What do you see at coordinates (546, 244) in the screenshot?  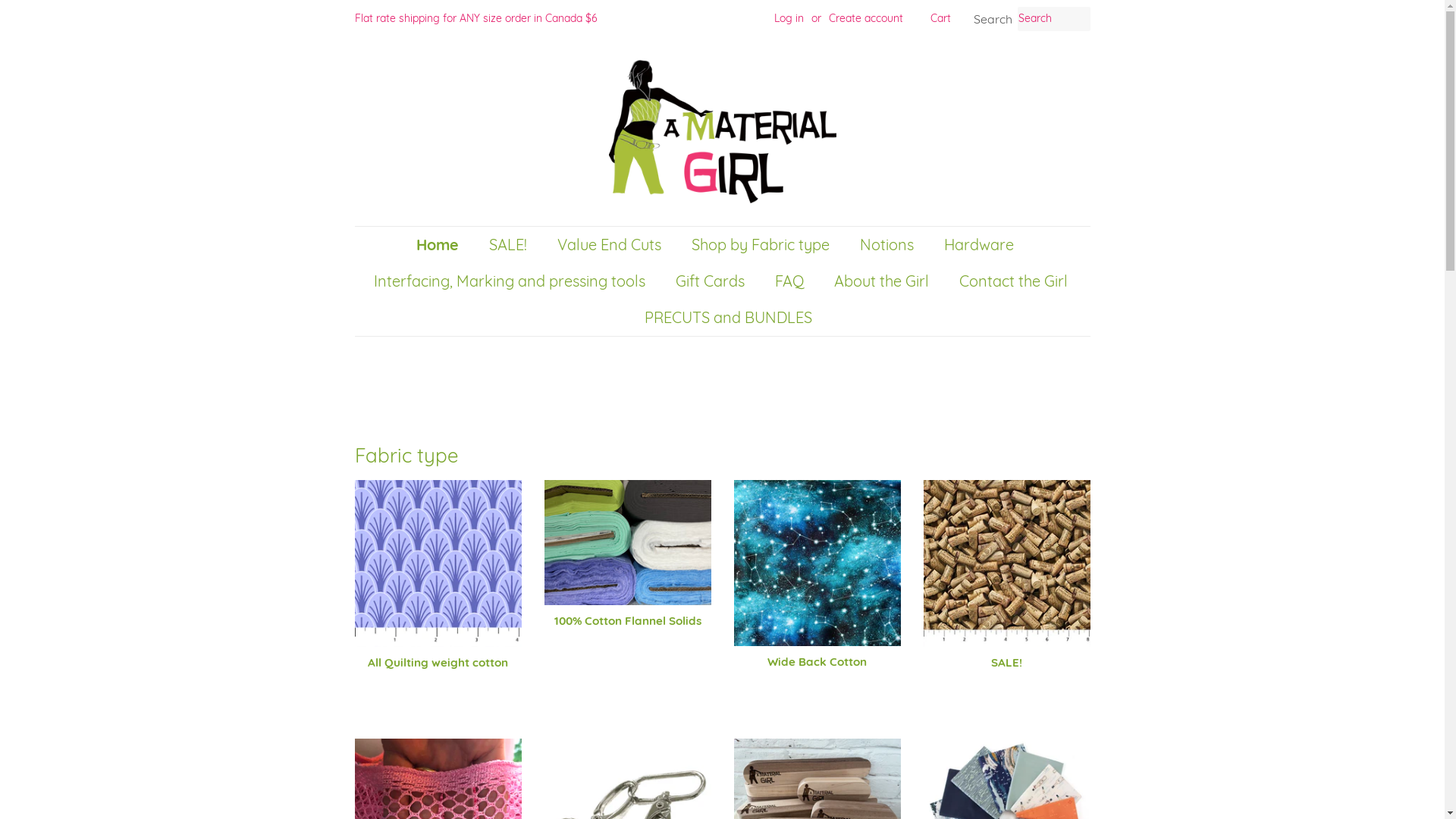 I see `'Value End Cuts'` at bounding box center [546, 244].